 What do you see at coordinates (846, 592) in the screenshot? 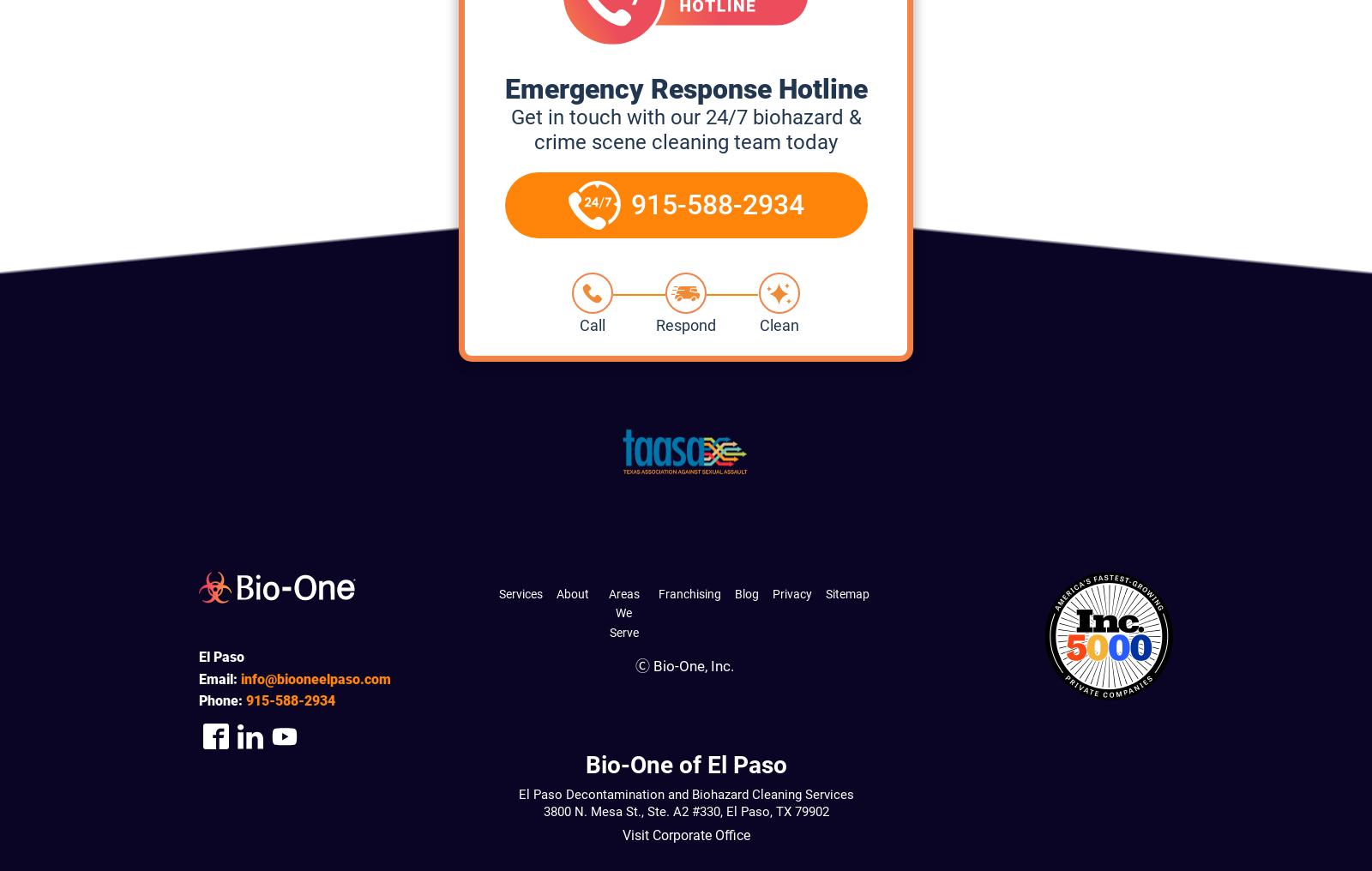
I see `'Sitemap'` at bounding box center [846, 592].